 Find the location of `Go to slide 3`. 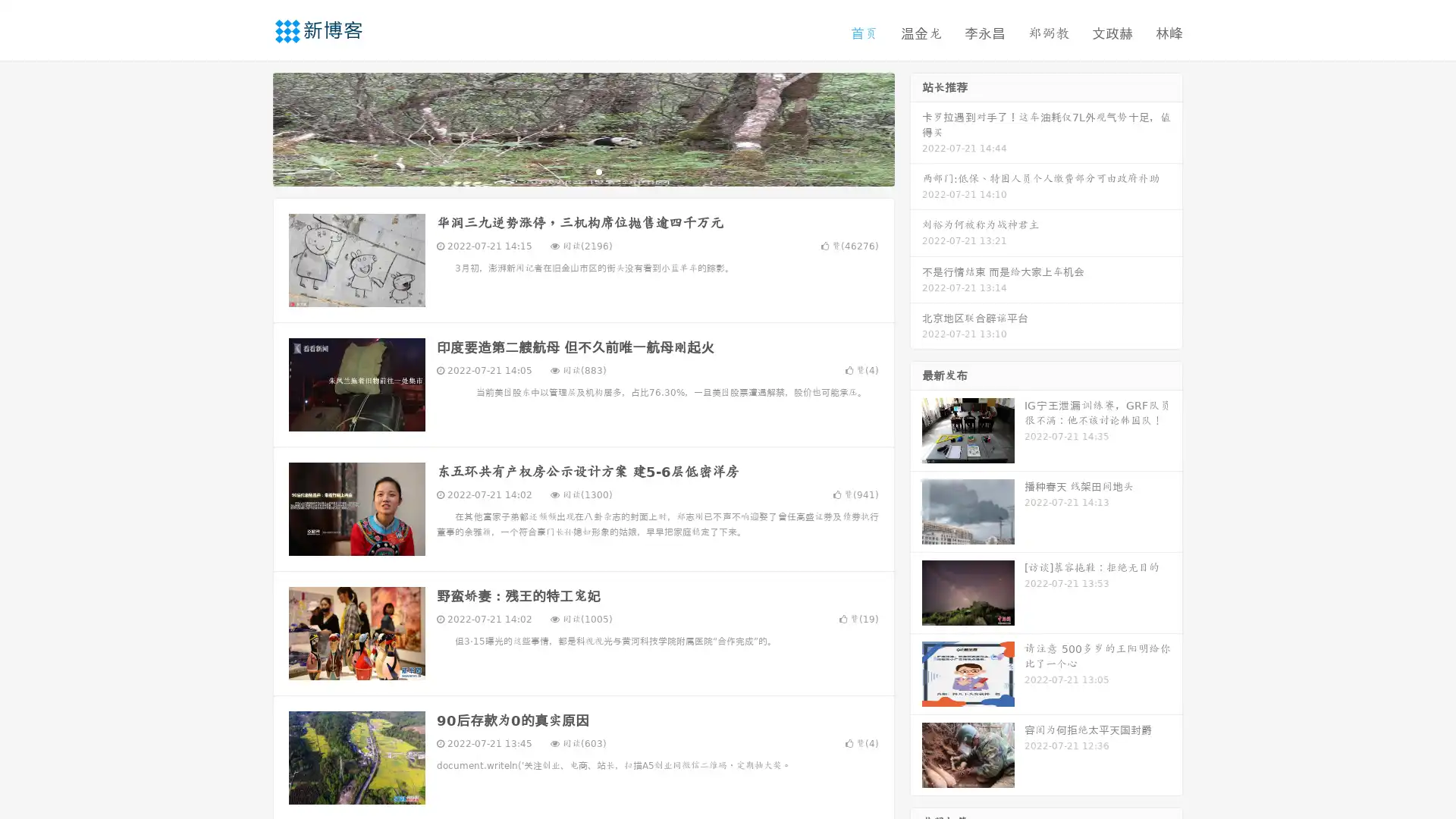

Go to slide 3 is located at coordinates (598, 171).